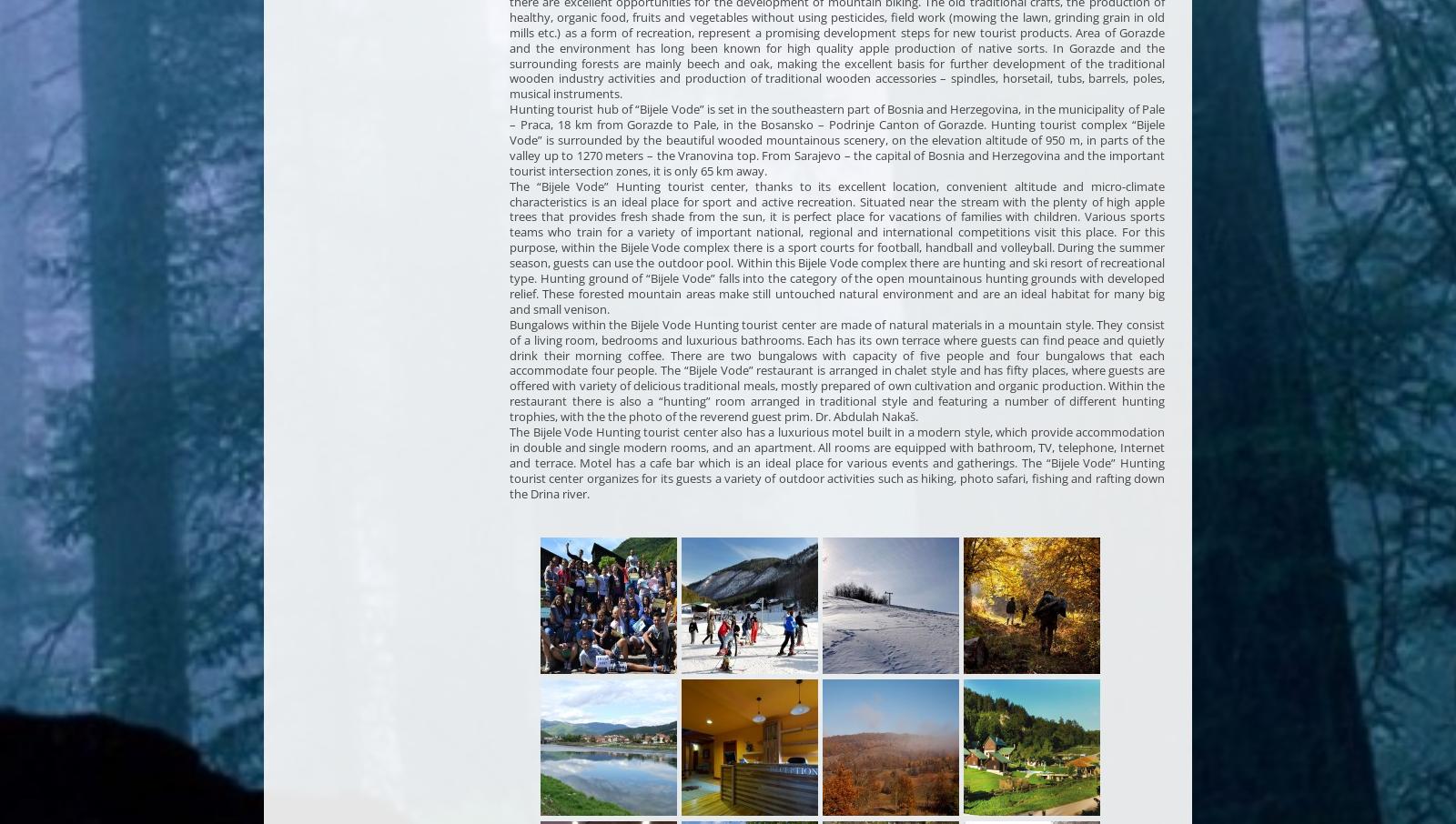 This screenshot has height=824, width=1456. What do you see at coordinates (509, 139) in the screenshot?
I see `'Hunting tourist hub of “Bijele Vode” is set in the southeastern part of Bosnia and Herzegovina, in the municipality of Pale – Praca, 18 km from Gorazde to Pale, in the Bosansko – Podrinje Canton of Gorazde. Hunting tourist complex “Bijele Vode” is surrounded by the beautiful wooded mountainous scenery, on the elevation altitude of 950 m, in parts of the valley up to 1270 meters – the Vranovina top. From Sarajevo – the capital of Bosnia and Herzegovina and the important tourist intersection zones, it is only 65 km away.'` at bounding box center [509, 139].